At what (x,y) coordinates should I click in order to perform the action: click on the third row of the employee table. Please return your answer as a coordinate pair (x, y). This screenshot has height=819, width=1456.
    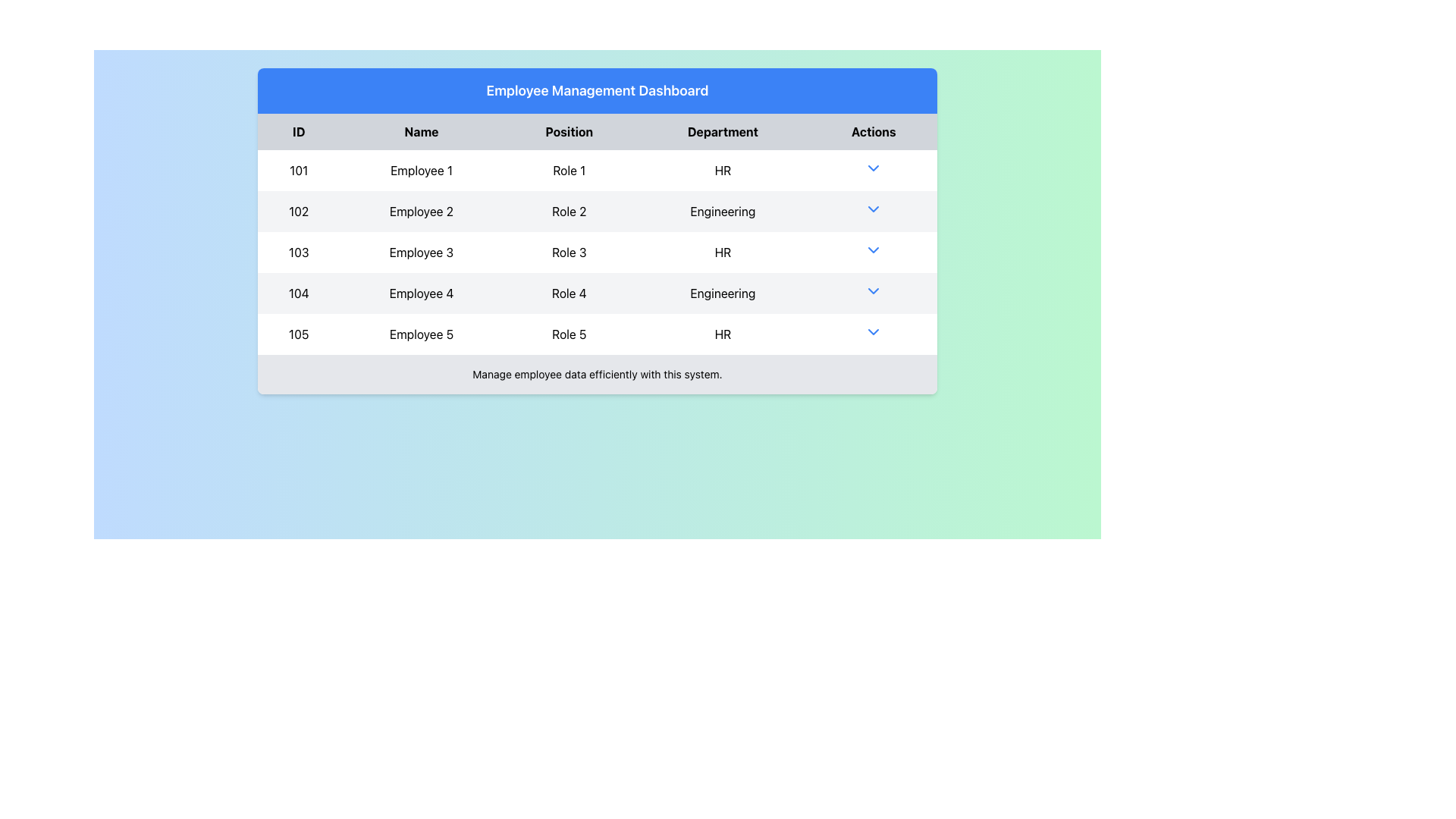
    Looking at the image, I should click on (596, 251).